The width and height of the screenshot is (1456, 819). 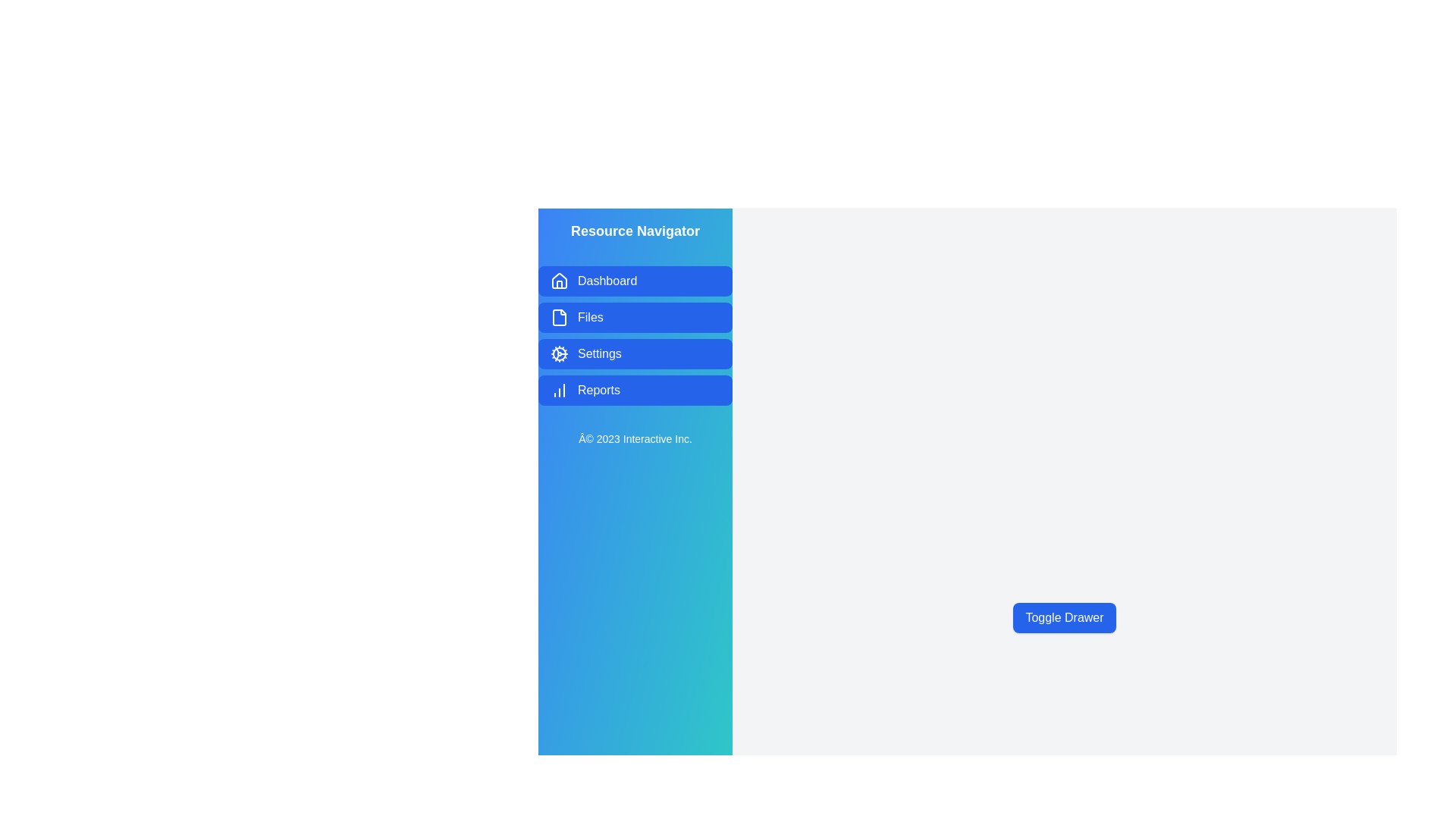 What do you see at coordinates (635, 390) in the screenshot?
I see `the navigation item Reports from the Resource Navigator` at bounding box center [635, 390].